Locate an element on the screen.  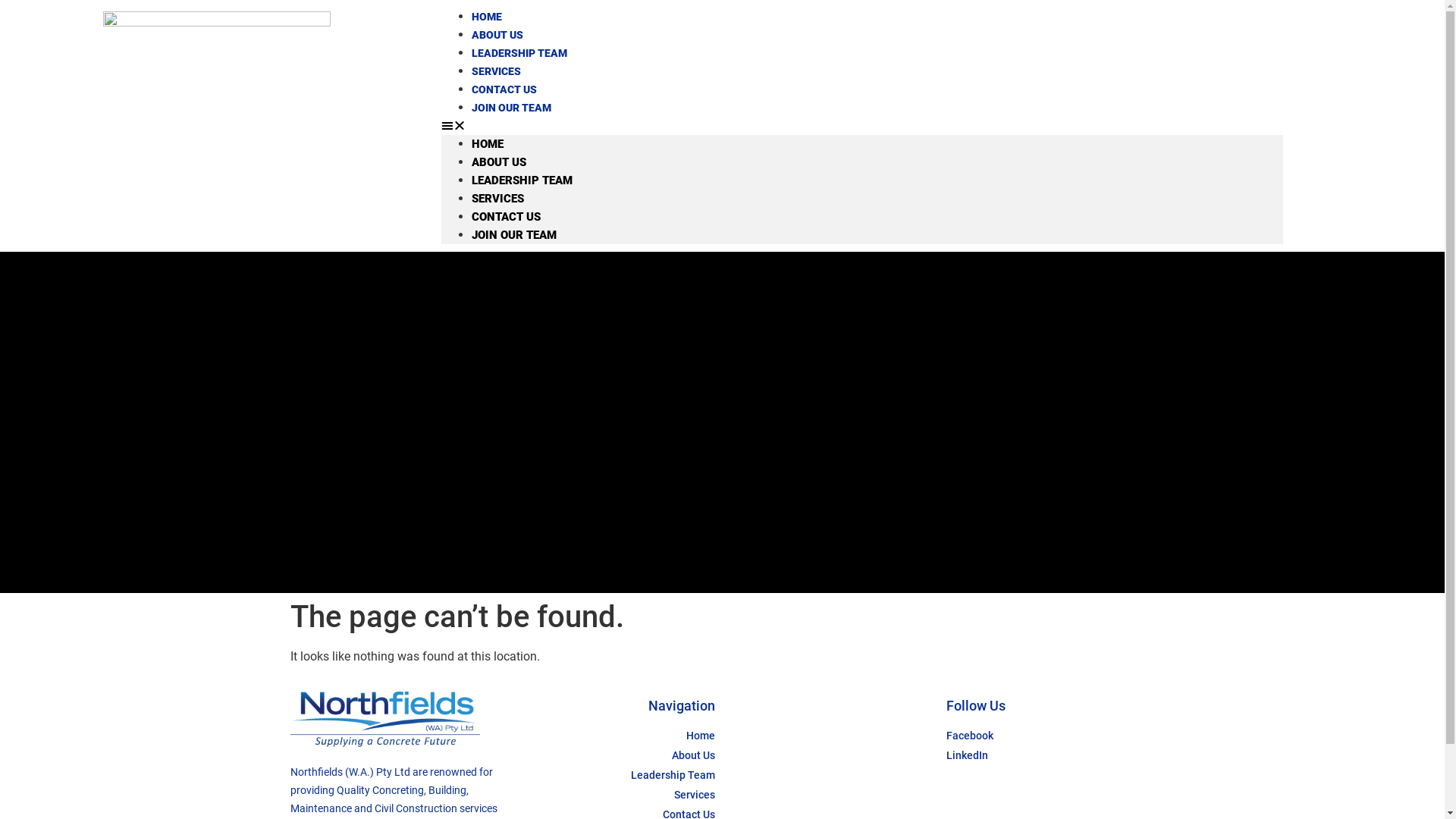
'LEADERSHIP TEAM' is located at coordinates (522, 180).